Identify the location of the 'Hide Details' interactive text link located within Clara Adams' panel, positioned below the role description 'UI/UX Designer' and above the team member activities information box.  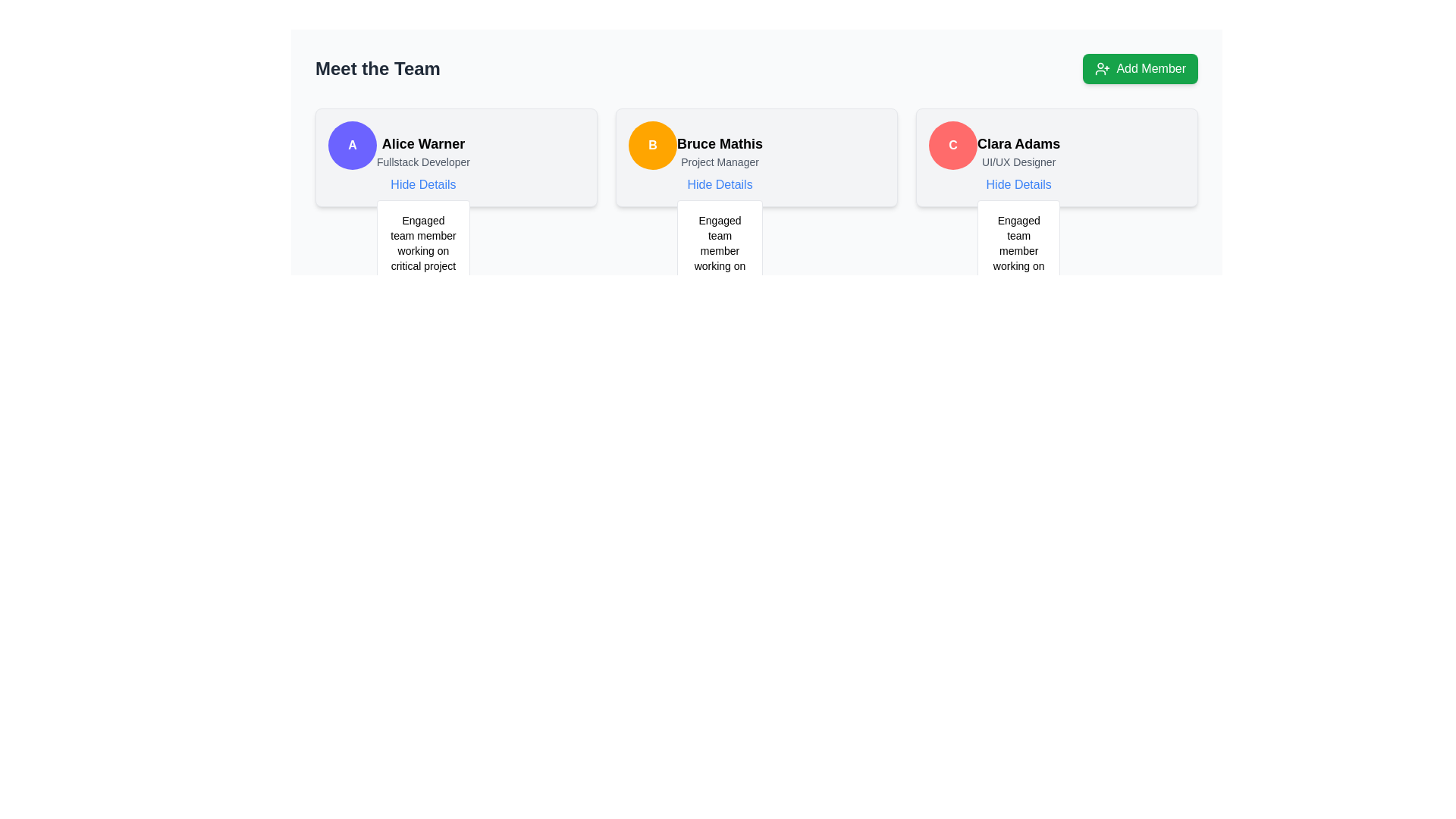
(1018, 184).